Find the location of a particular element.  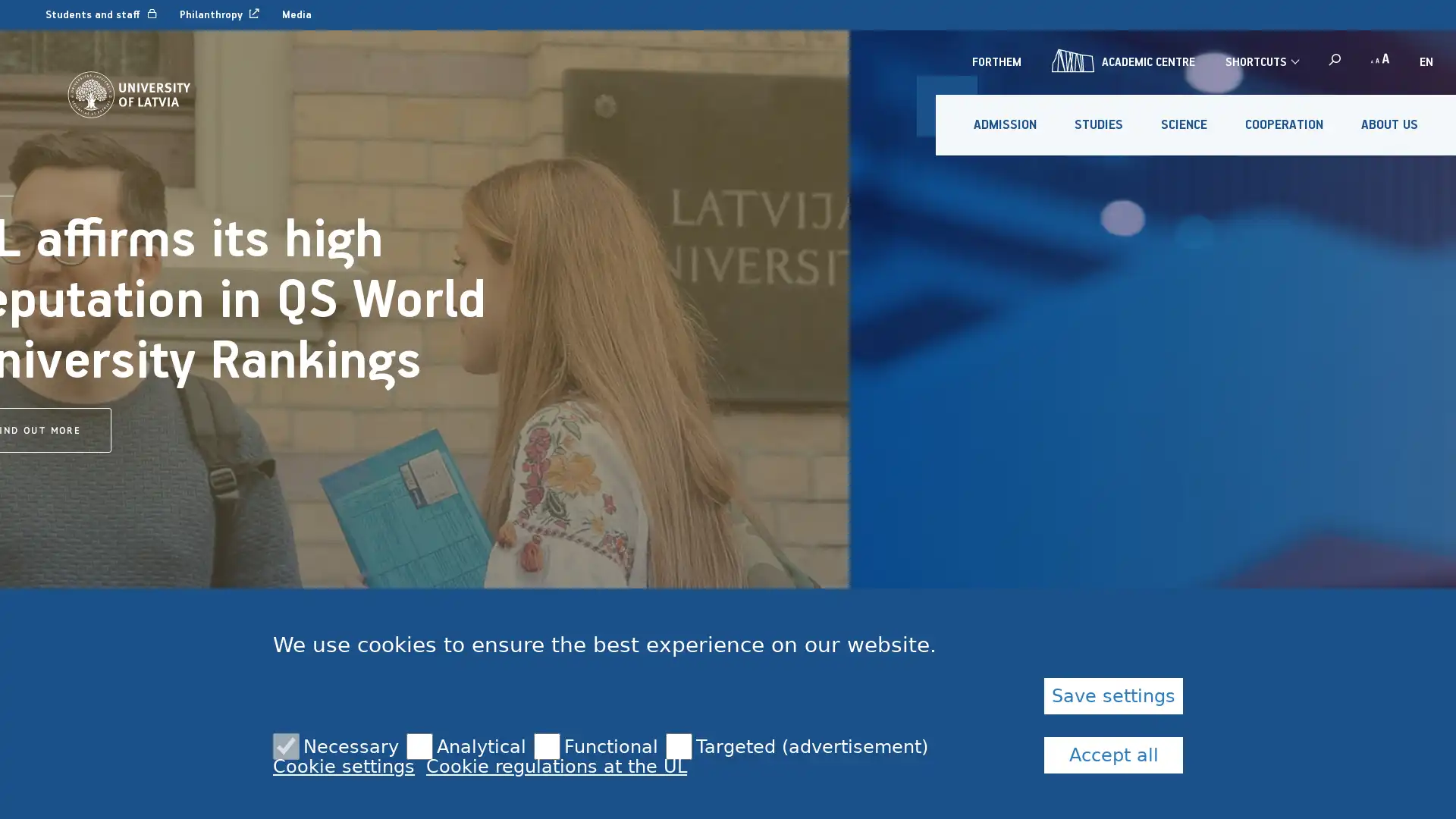

EN is located at coordinates (1426, 61).